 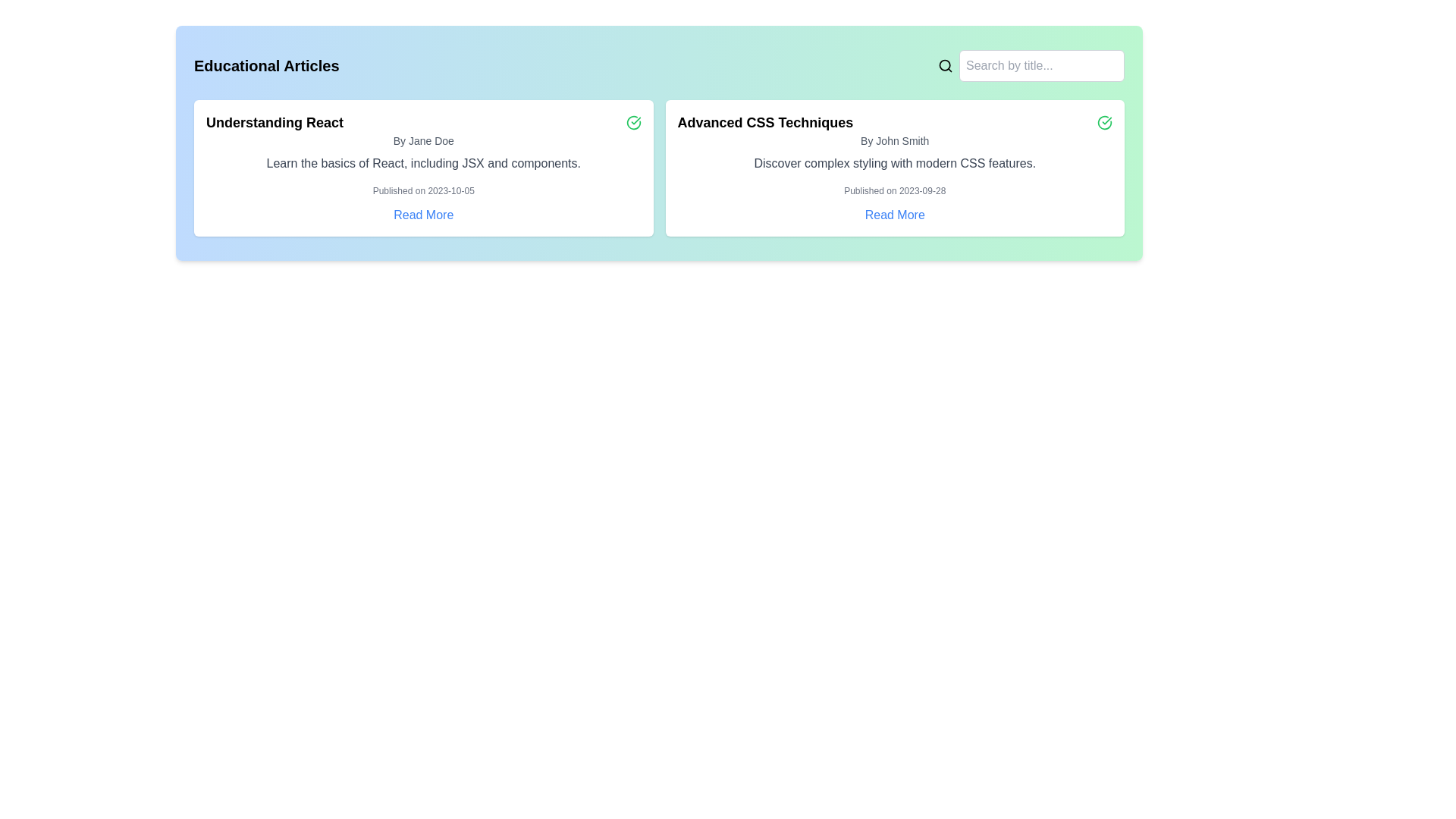 I want to click on the text label that serves as a heading for the article or content section, positioned near the top-left corner of the left card in a horizontally aligned layout, so click(x=275, y=122).